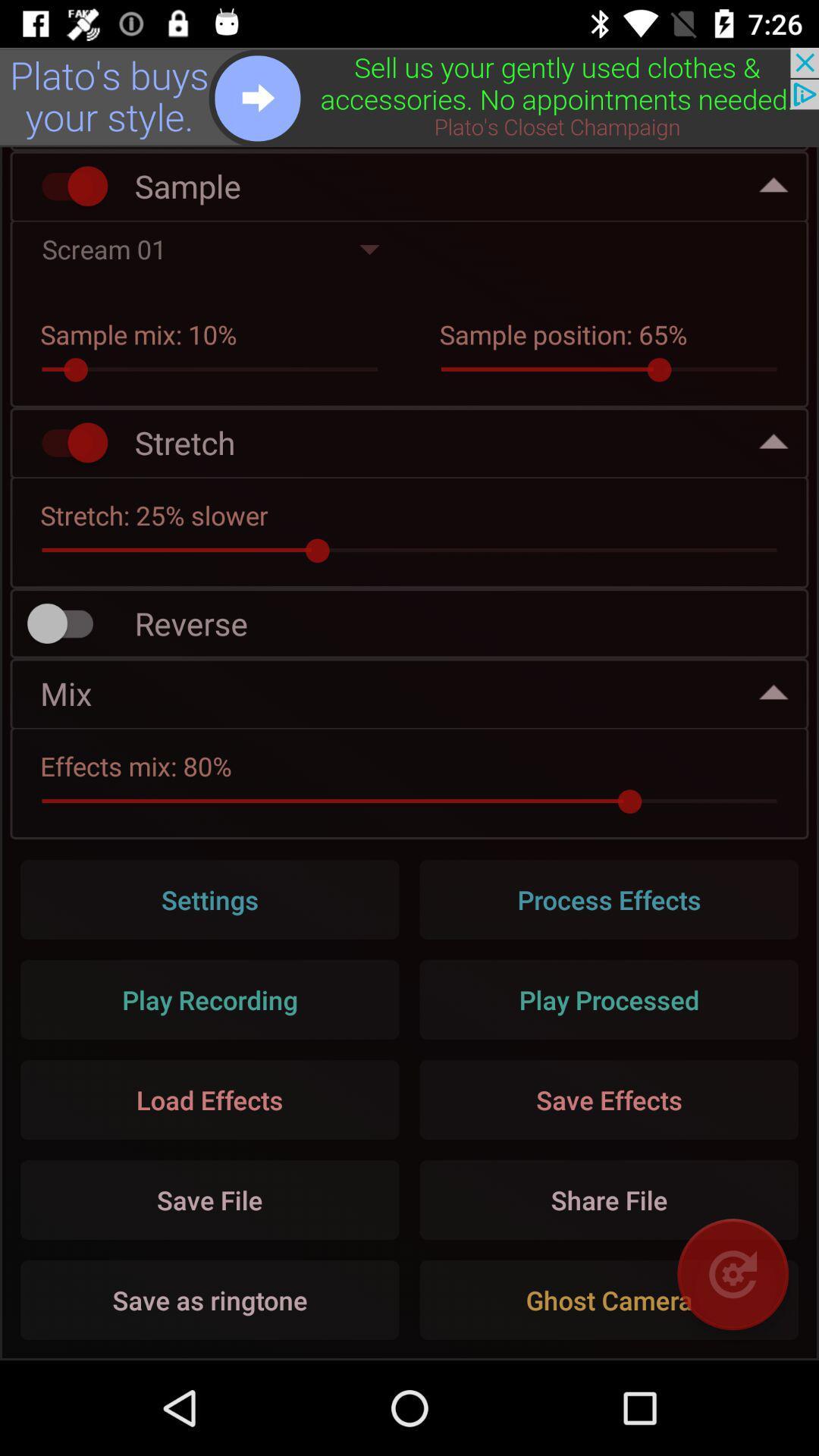  Describe the element at coordinates (67, 185) in the screenshot. I see `the function on or off` at that location.